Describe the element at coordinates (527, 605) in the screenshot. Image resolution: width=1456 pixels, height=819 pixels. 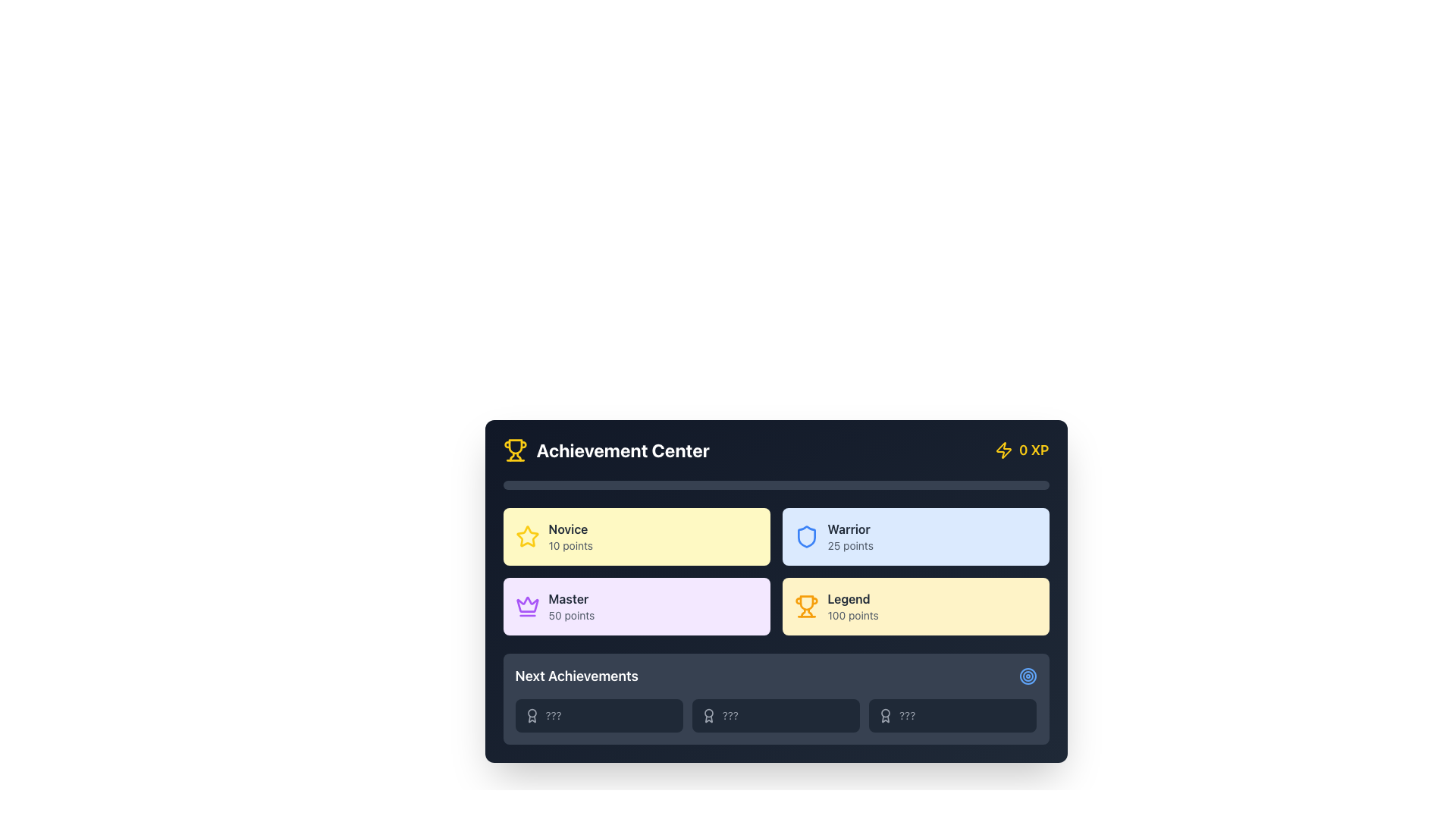
I see `purple crown icon located on the left side of the 'Master' achievement card in the 'Achievement Center' section` at that location.